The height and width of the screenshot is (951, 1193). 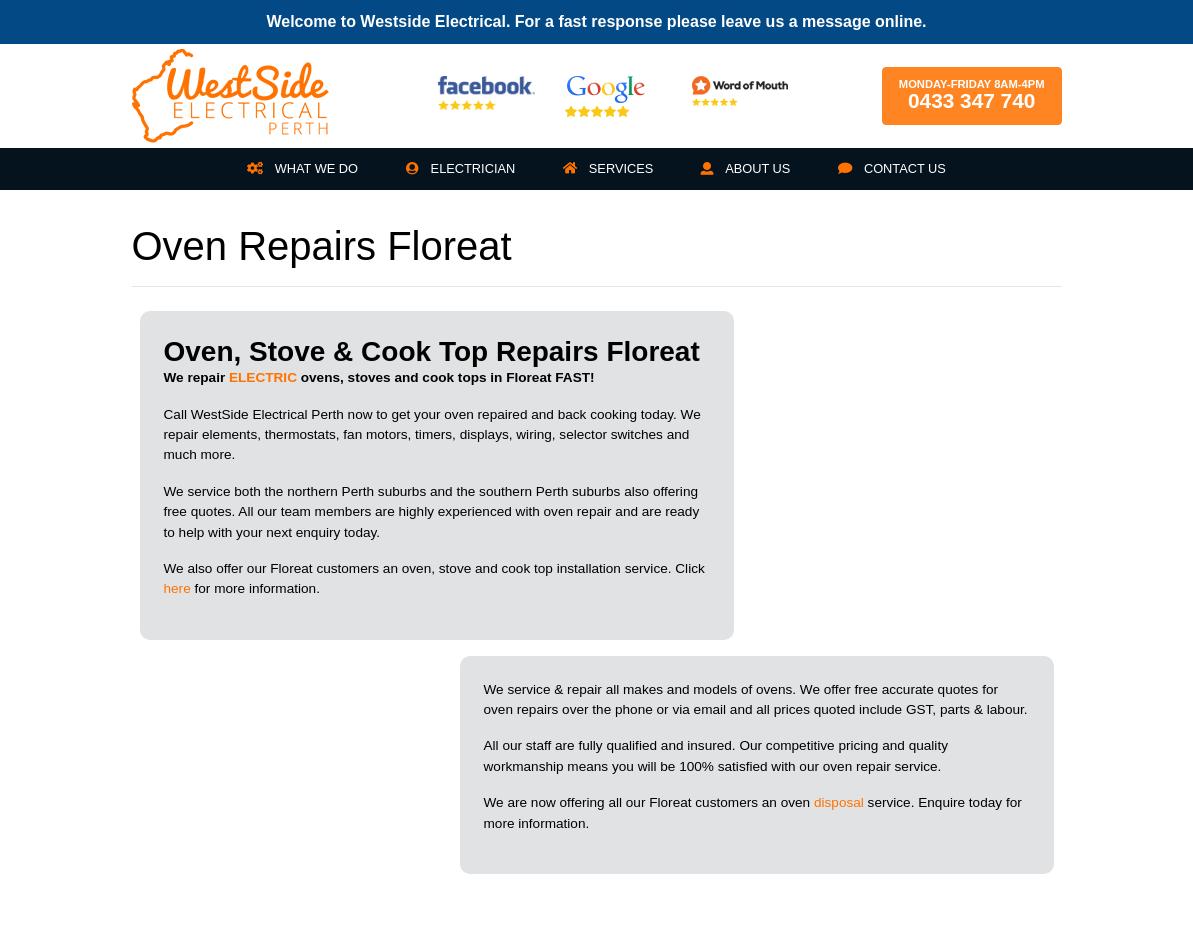 What do you see at coordinates (750, 811) in the screenshot?
I see `'service. Enquire today for more information.'` at bounding box center [750, 811].